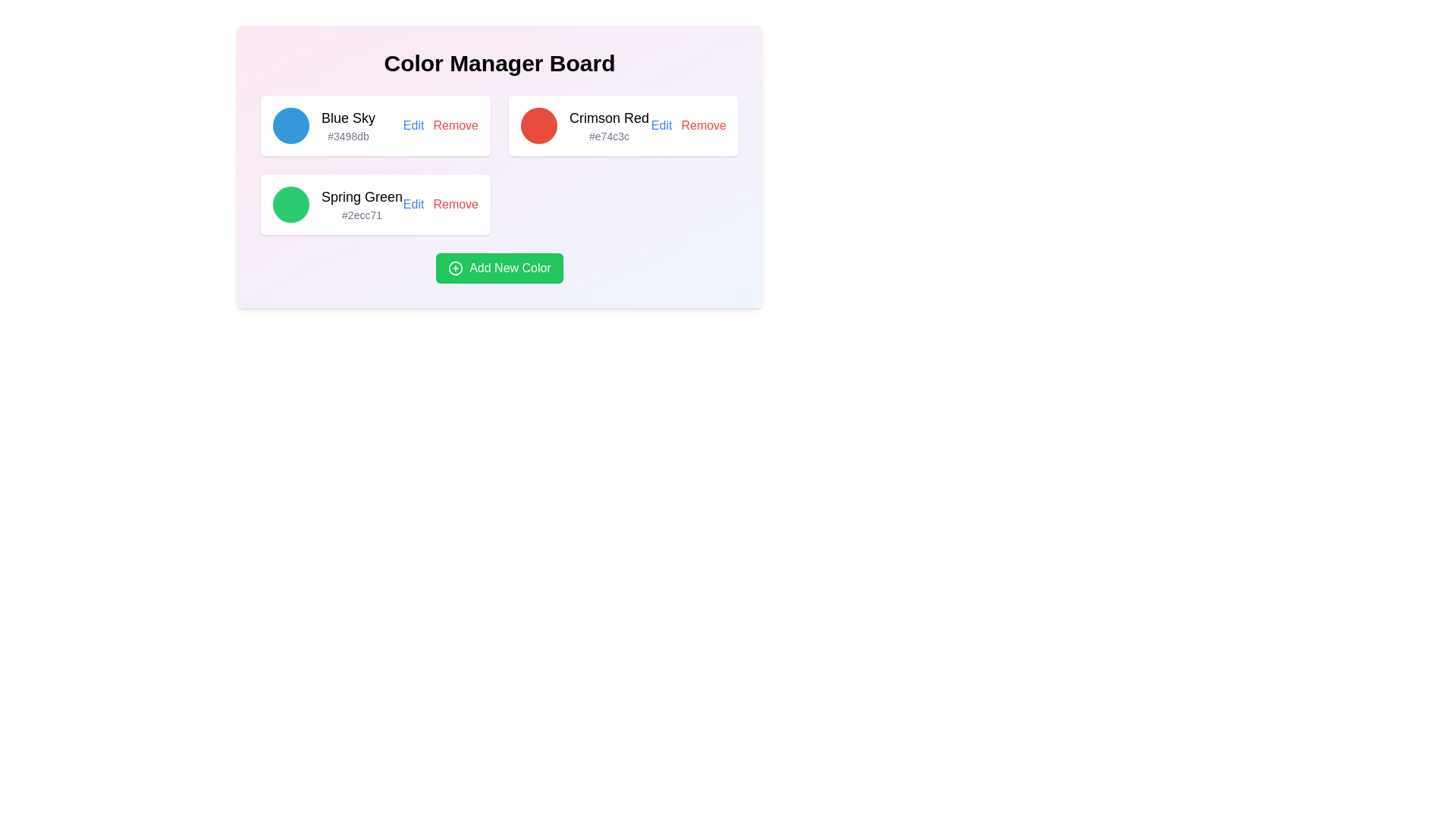 This screenshot has height=819, width=1456. What do you see at coordinates (609, 124) in the screenshot?
I see `the text element displaying 'Crimson Red' and its hexadecimal code '#e74c3c' within the second item of the color list in the 'Color Manager Board'` at bounding box center [609, 124].